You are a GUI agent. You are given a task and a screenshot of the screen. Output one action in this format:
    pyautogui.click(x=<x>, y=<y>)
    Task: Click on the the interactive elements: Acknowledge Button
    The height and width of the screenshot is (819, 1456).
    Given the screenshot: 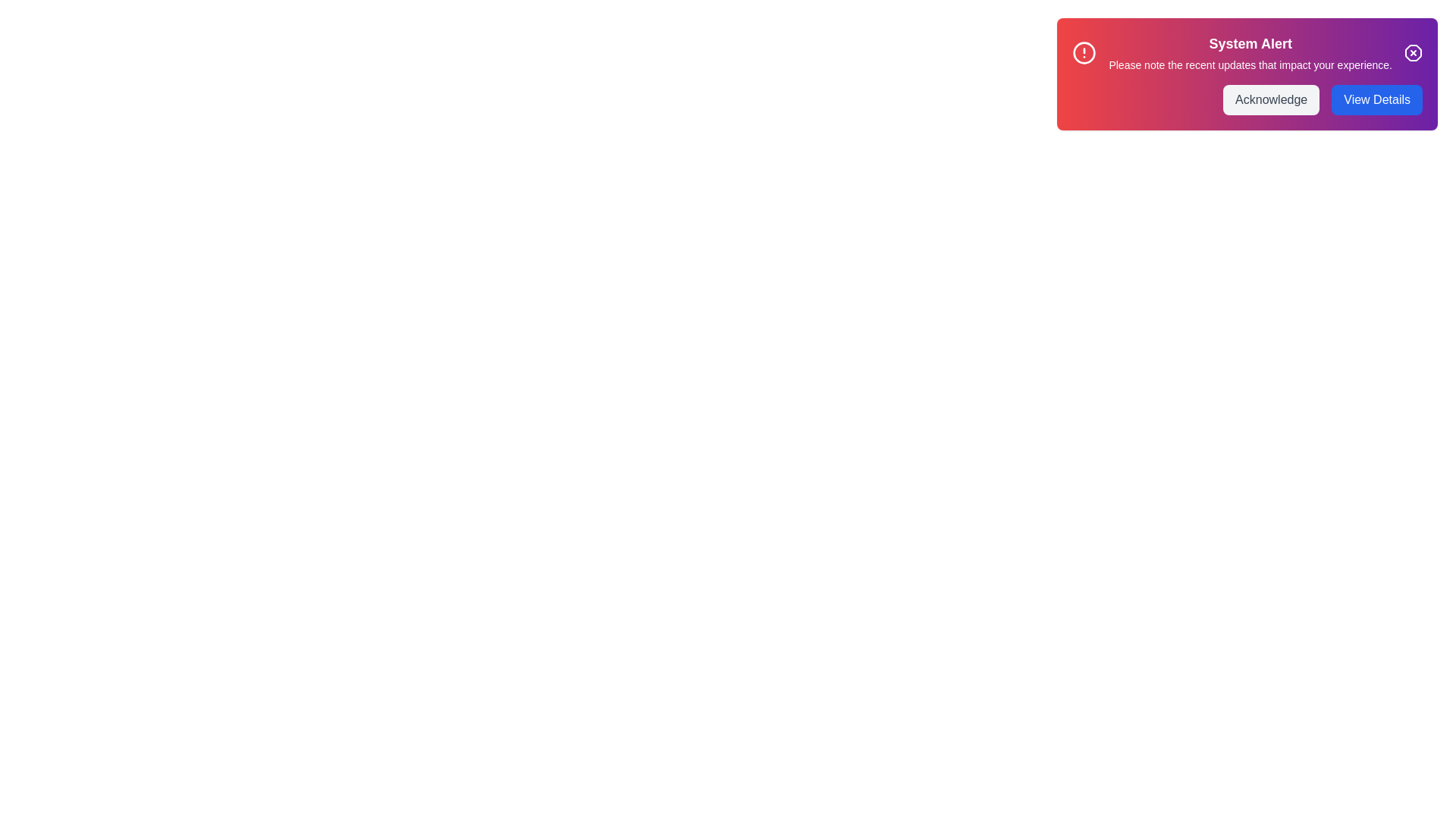 What is the action you would take?
    pyautogui.click(x=1271, y=99)
    